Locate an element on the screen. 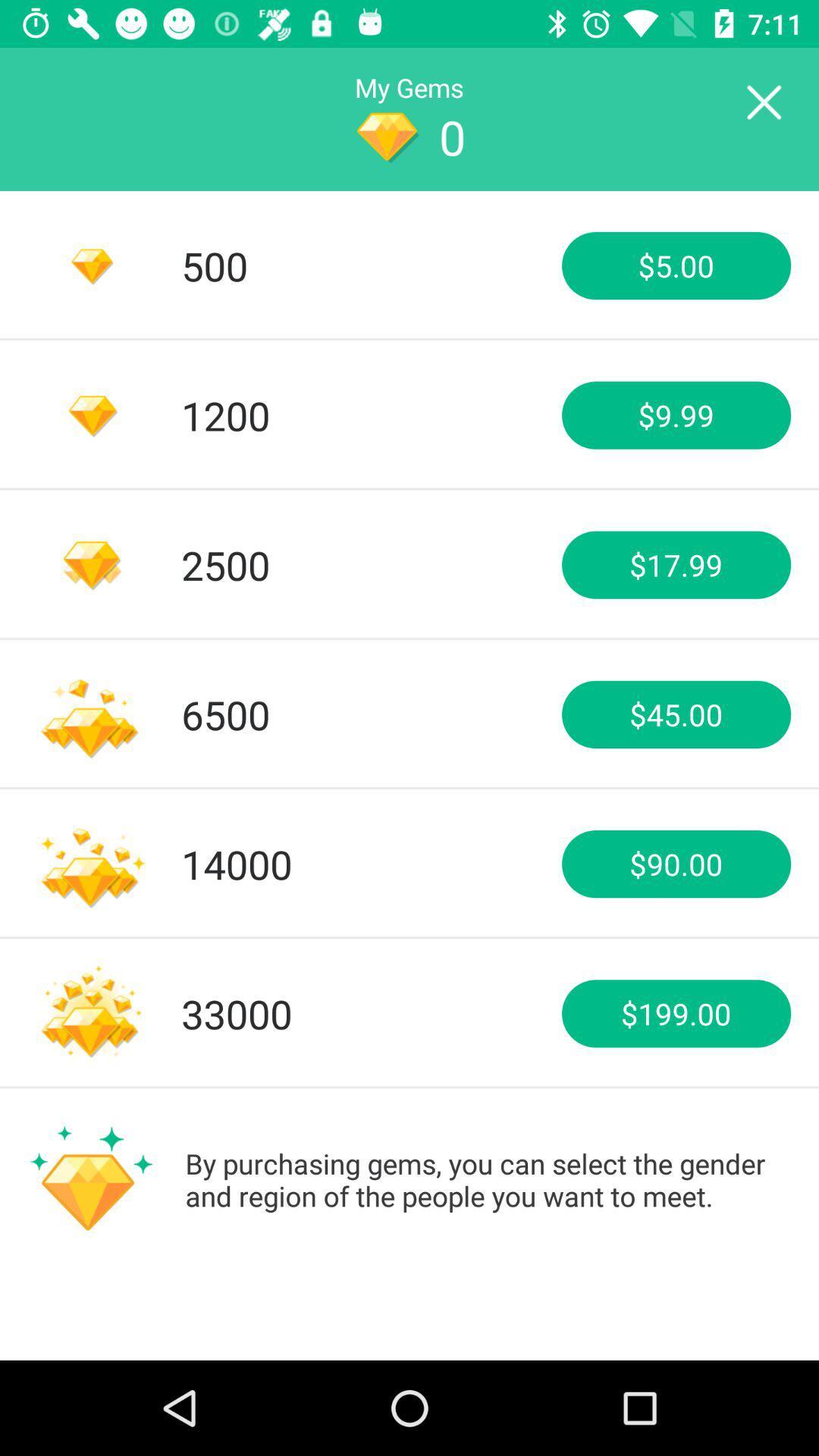 This screenshot has width=819, height=1456. back is located at coordinates (763, 102).